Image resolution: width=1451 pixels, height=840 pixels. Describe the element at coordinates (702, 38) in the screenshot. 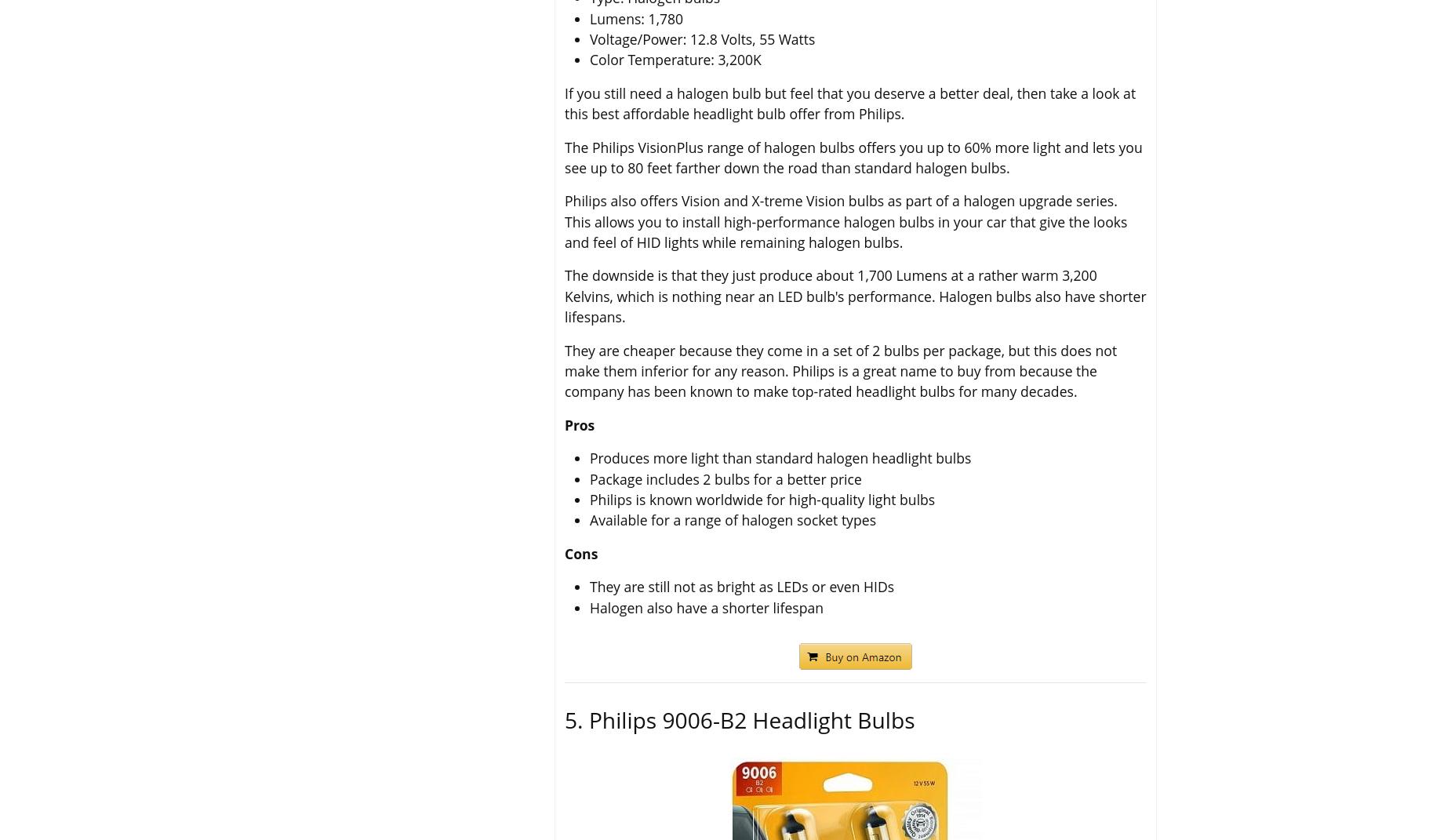

I see `'Voltage/Power: 12.8 Volts, 55 Watts'` at that location.